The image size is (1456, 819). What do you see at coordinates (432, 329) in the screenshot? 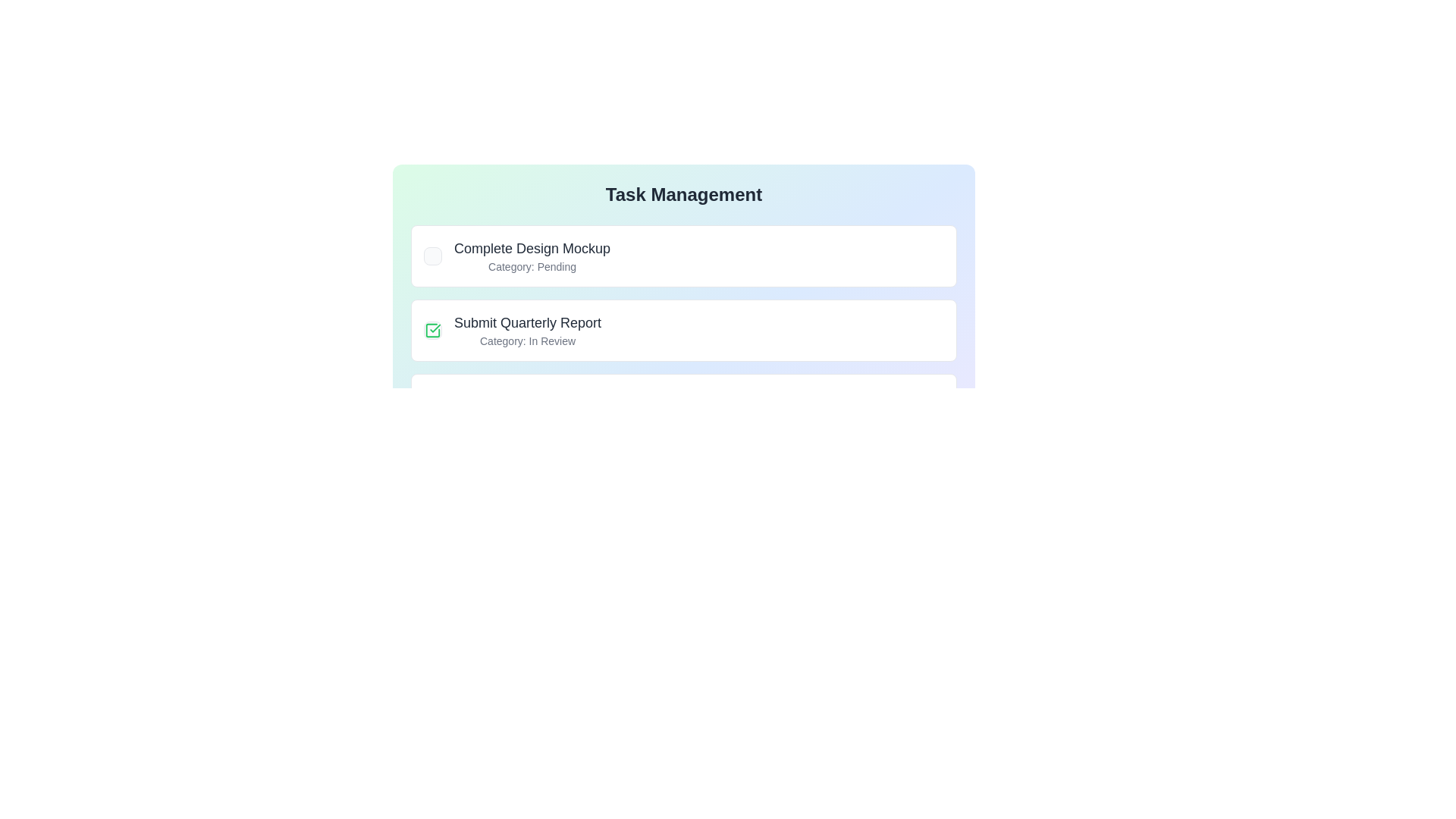
I see `the green check mark icon indicating completion status, located to the left of the 'Submit Quarterly Report' text in the task list` at bounding box center [432, 329].